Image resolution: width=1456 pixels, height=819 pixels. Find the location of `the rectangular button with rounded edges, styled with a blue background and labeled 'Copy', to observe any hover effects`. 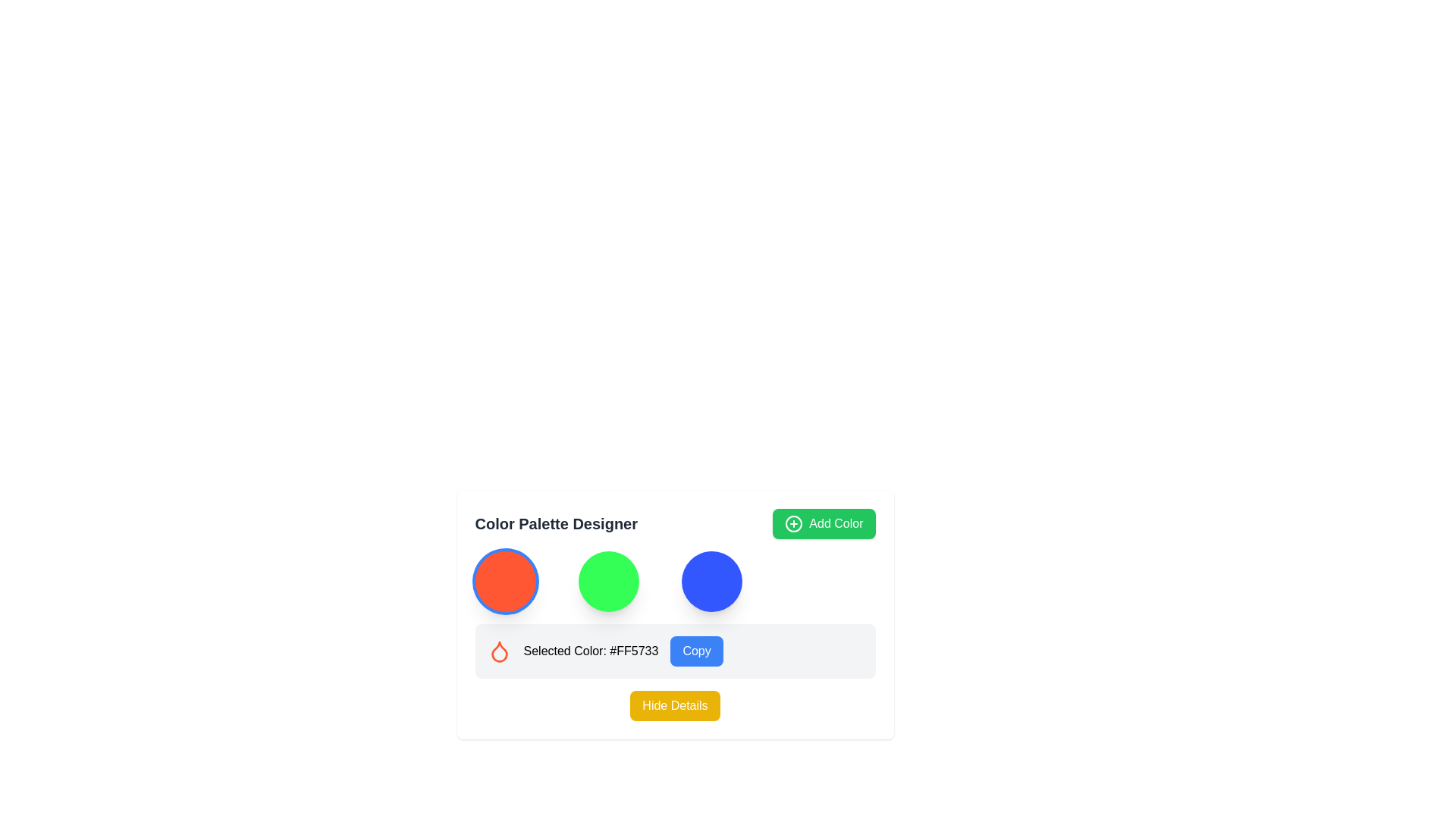

the rectangular button with rounded edges, styled with a blue background and labeled 'Copy', to observe any hover effects is located at coordinates (696, 651).